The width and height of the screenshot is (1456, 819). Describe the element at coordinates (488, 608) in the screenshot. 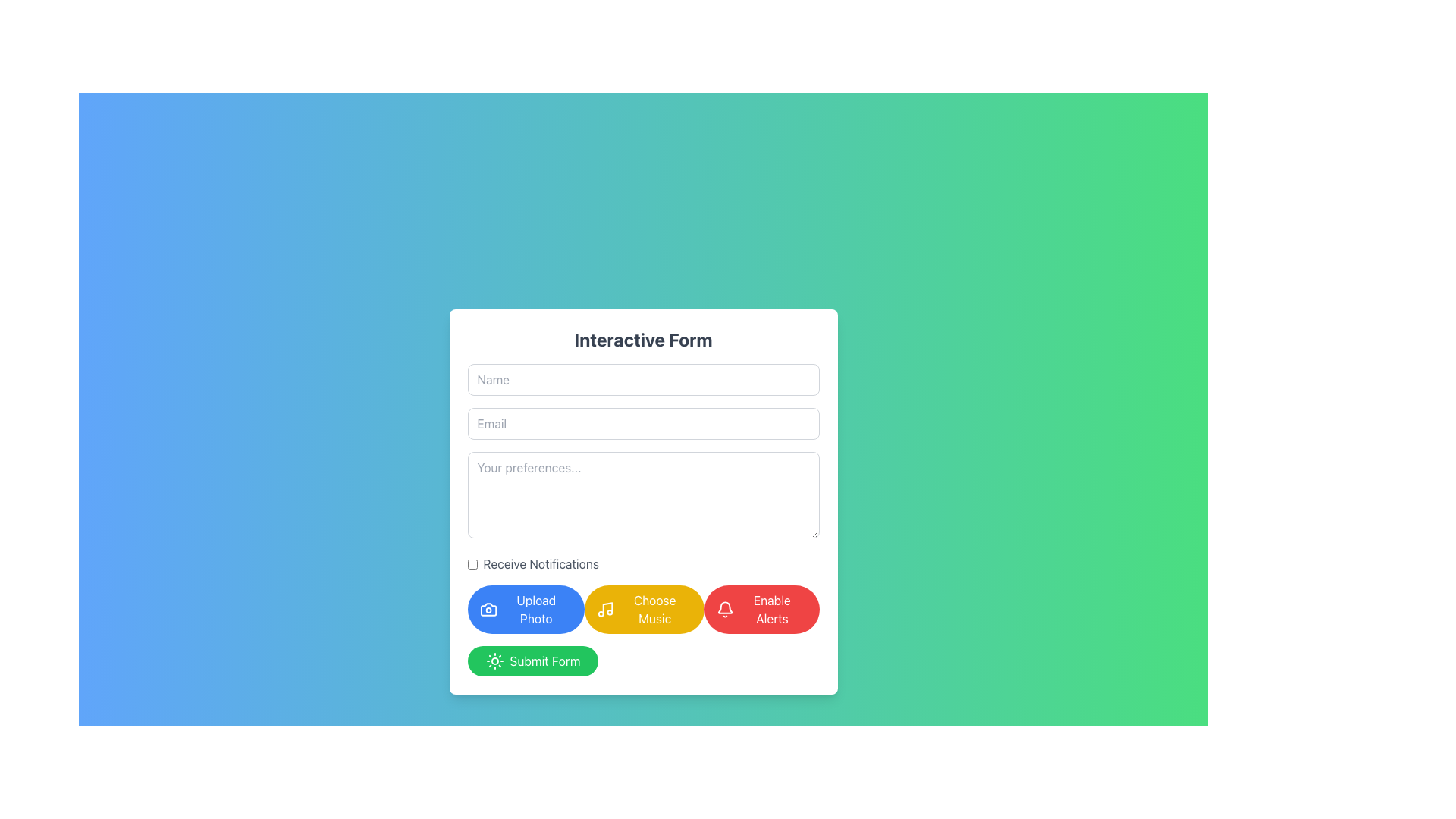

I see `the photo upload icon located inside the 'Upload Photo' button, which is the first button in a row of four at the bottom left of the form` at that location.